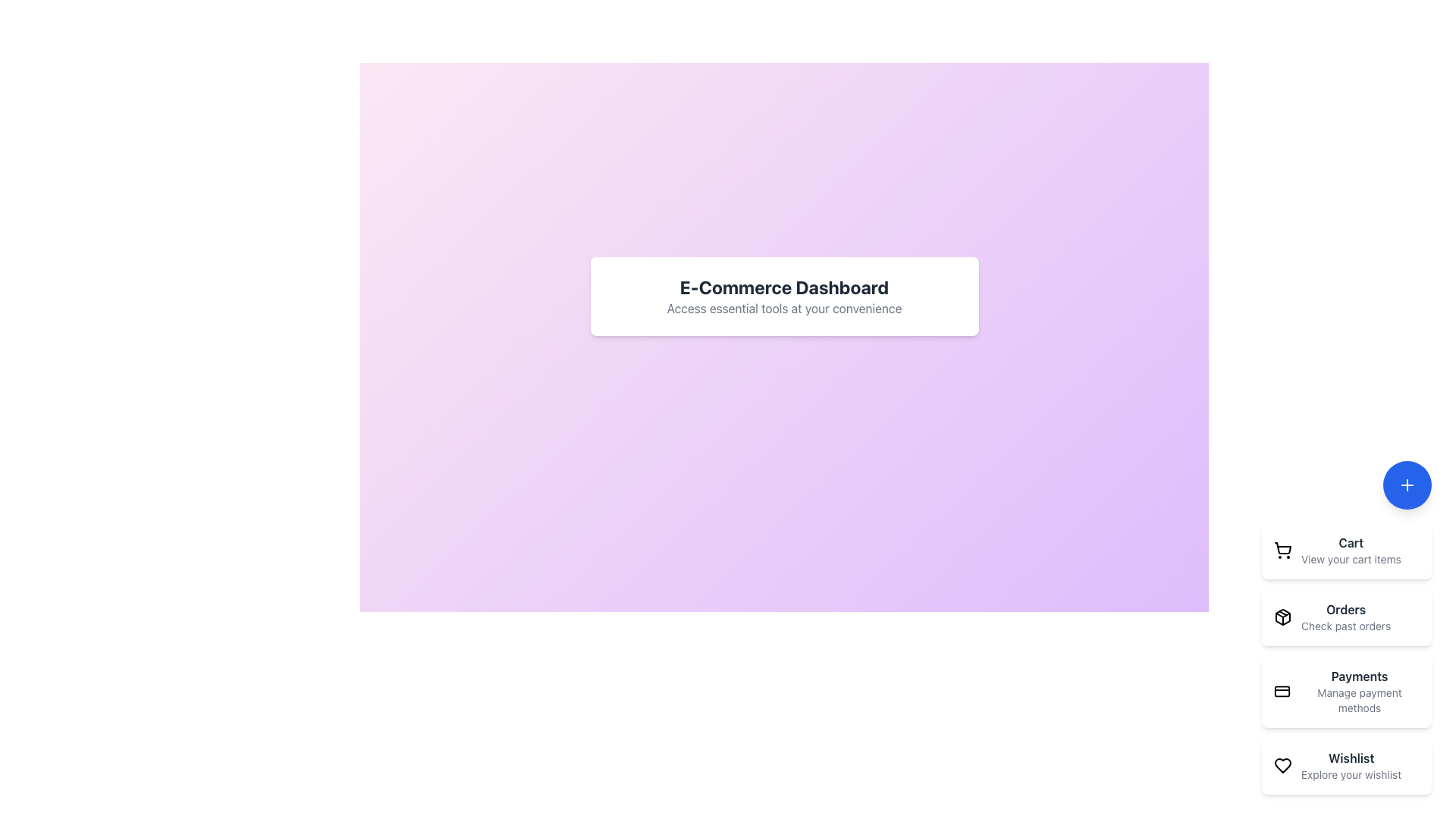 This screenshot has height=819, width=1456. I want to click on the 'Manage payment methods' text label, which is styled in a smaller gray font and positioned below the bold 'Payments' label in a vertical list of options within a sidebar, so click(1360, 701).